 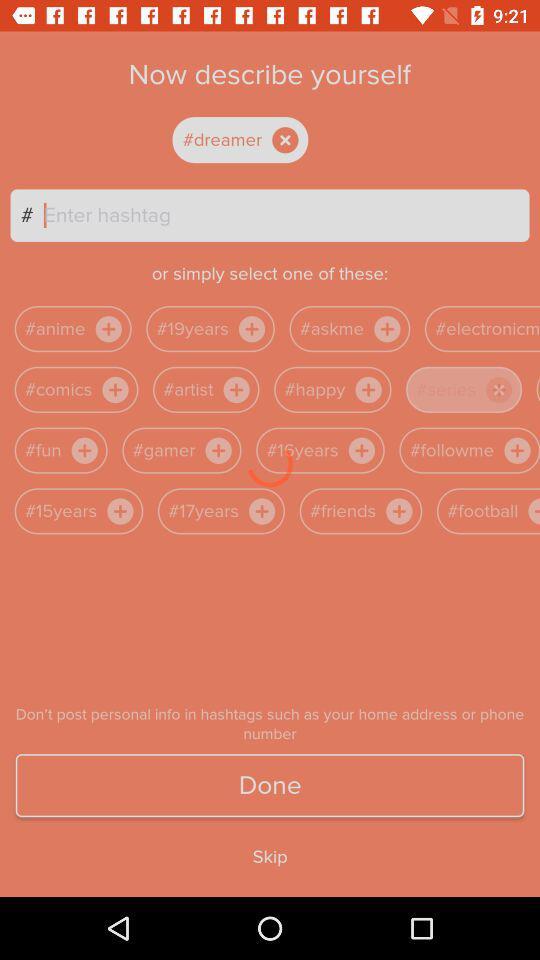 I want to click on hashtag textbox, so click(x=285, y=215).